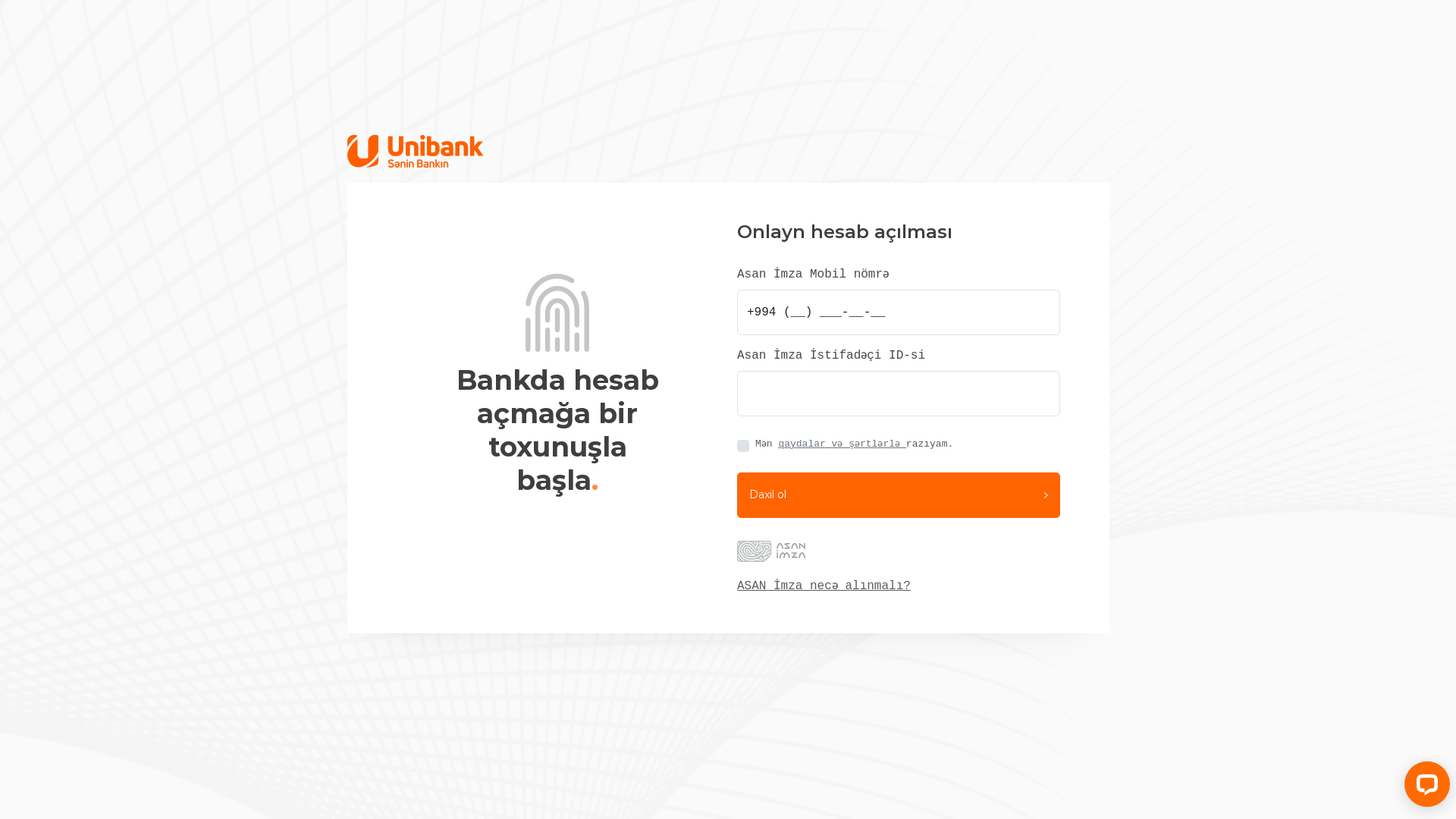 Image resolution: width=1456 pixels, height=819 pixels. I want to click on 'Daxil ol', so click(899, 494).